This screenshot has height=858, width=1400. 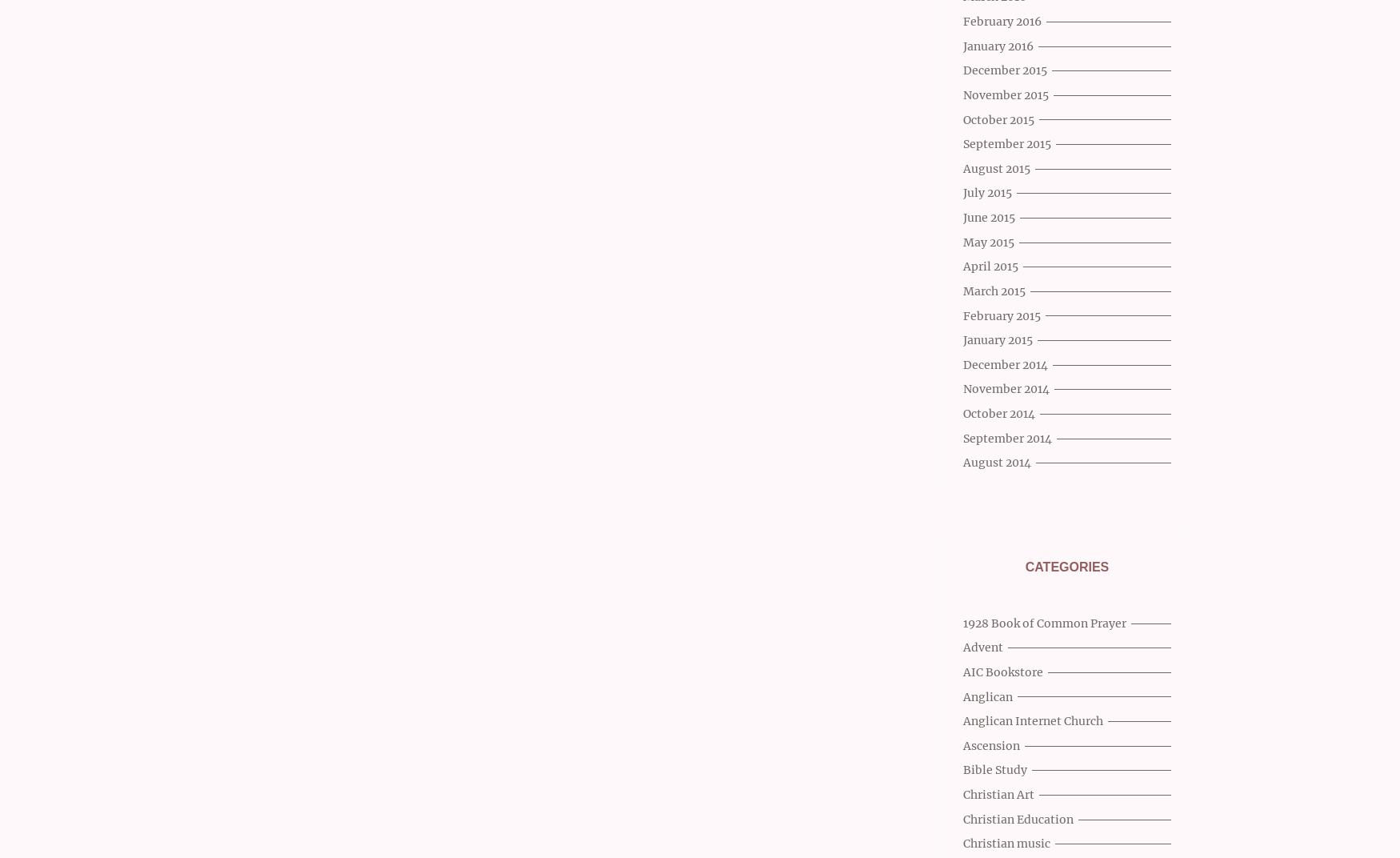 I want to click on 'September 2014', so click(x=1006, y=437).